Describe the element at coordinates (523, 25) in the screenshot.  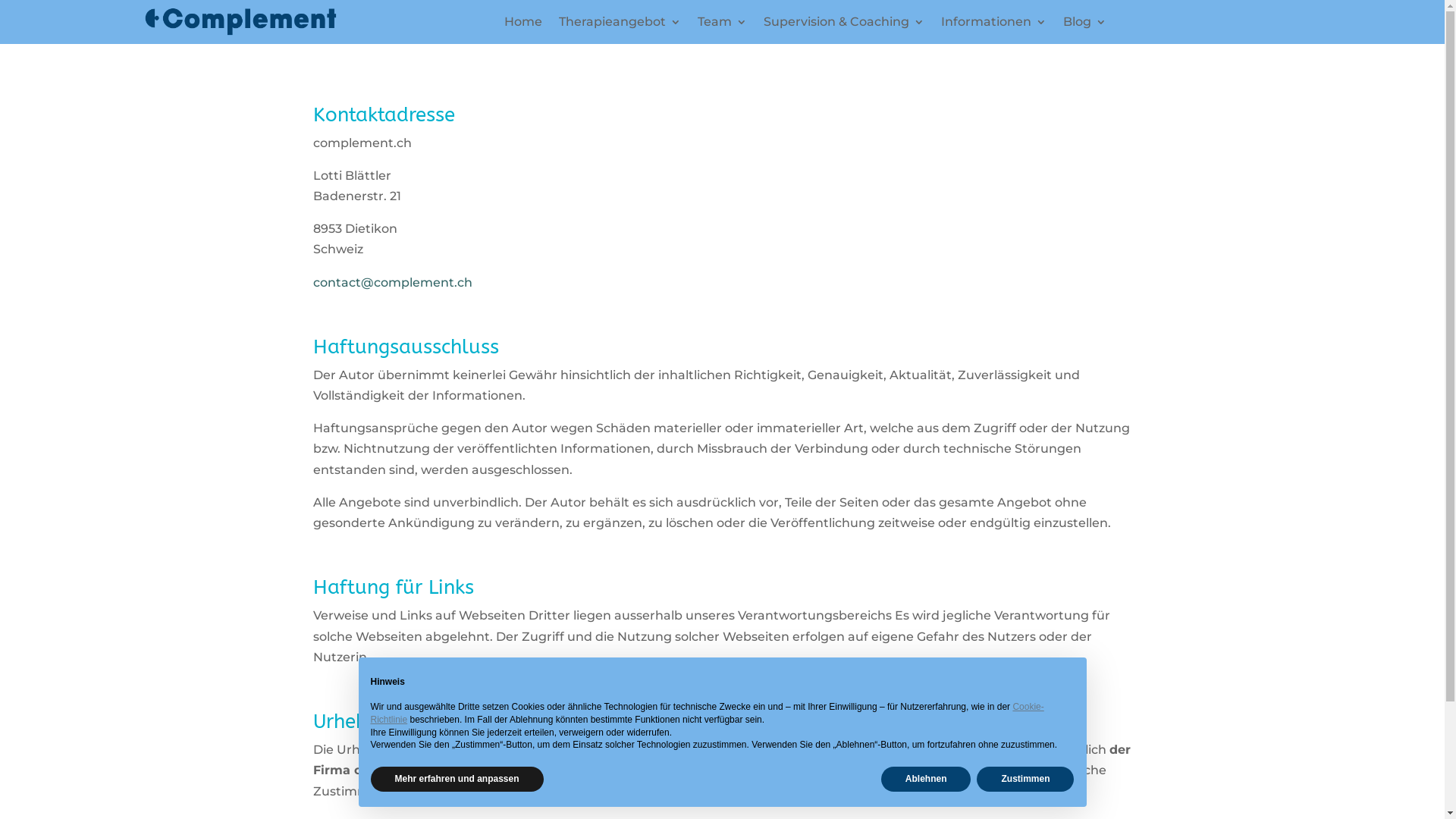
I see `'Home'` at that location.